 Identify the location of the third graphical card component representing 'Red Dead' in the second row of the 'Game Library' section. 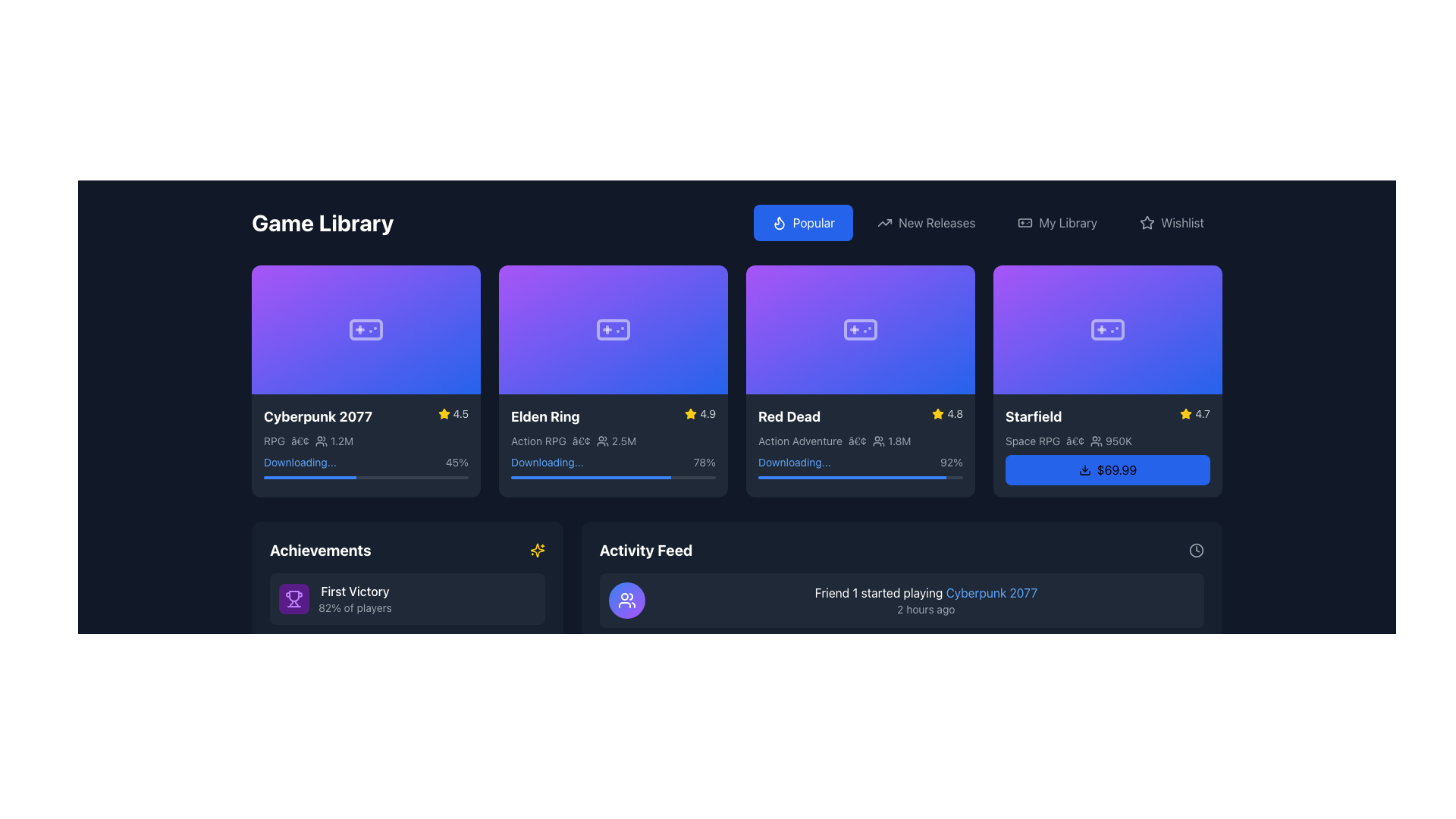
(860, 328).